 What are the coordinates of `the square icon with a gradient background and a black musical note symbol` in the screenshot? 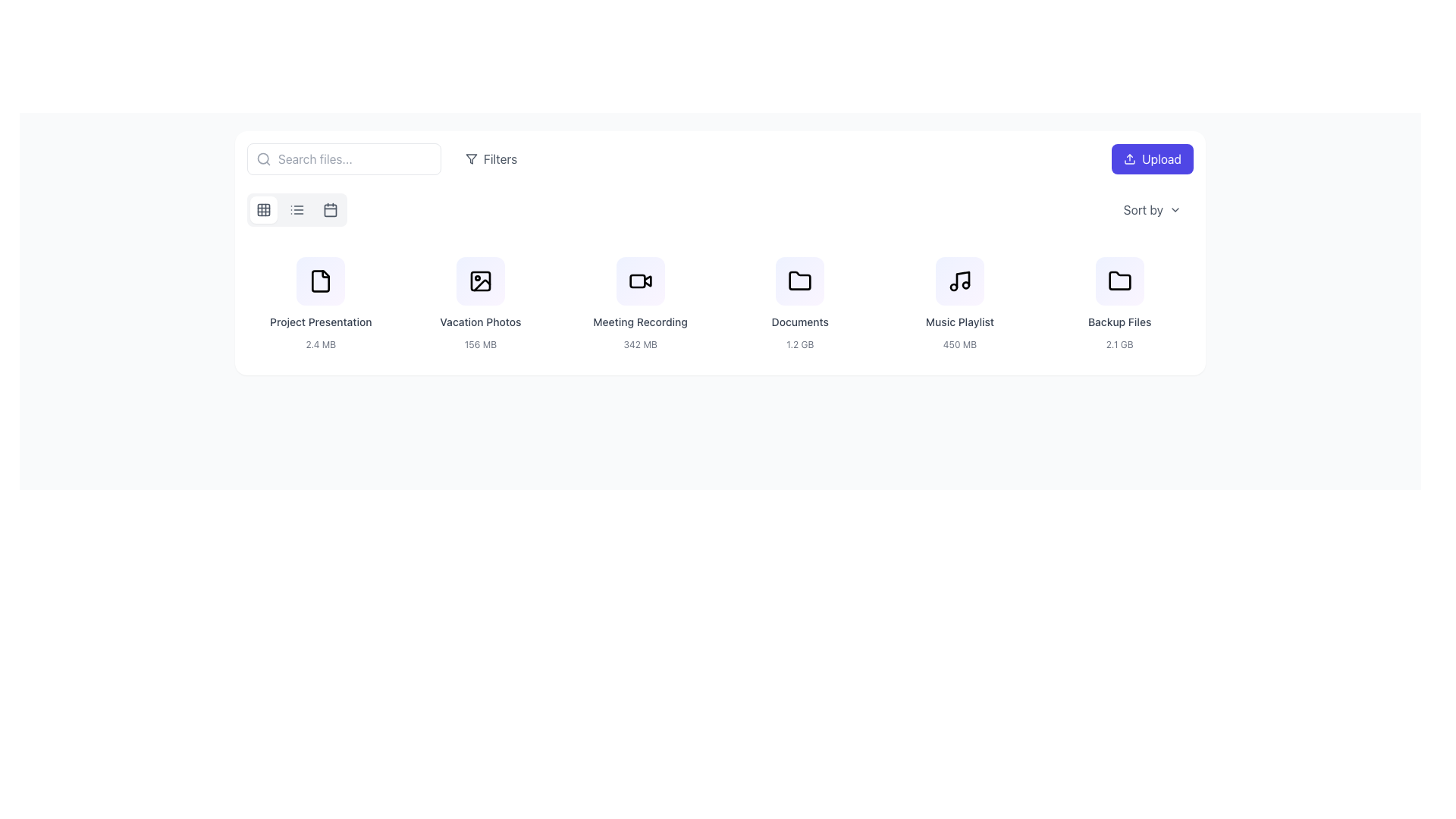 It's located at (959, 281).